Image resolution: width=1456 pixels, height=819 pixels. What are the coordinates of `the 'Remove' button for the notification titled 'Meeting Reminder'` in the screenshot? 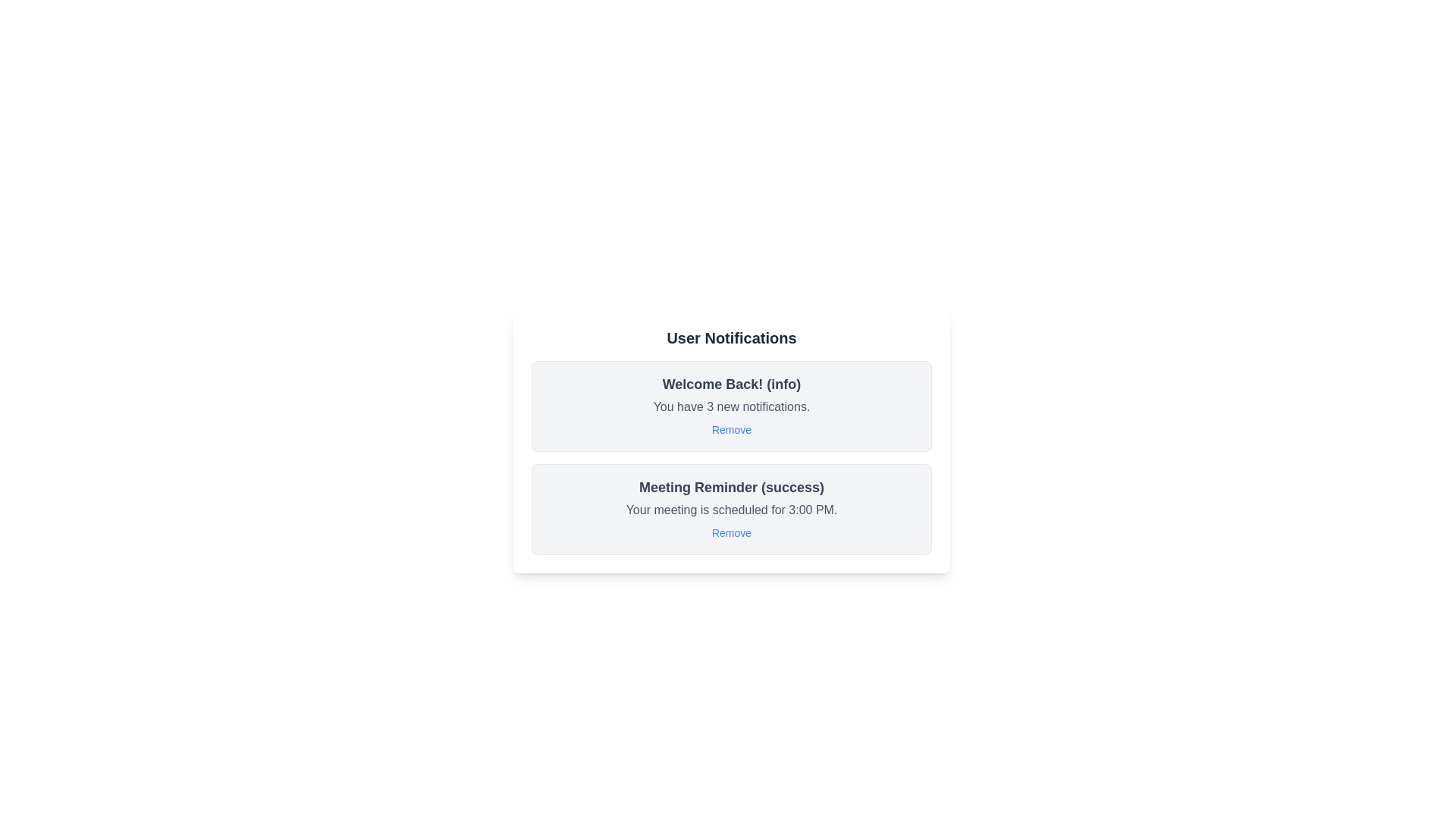 It's located at (731, 532).